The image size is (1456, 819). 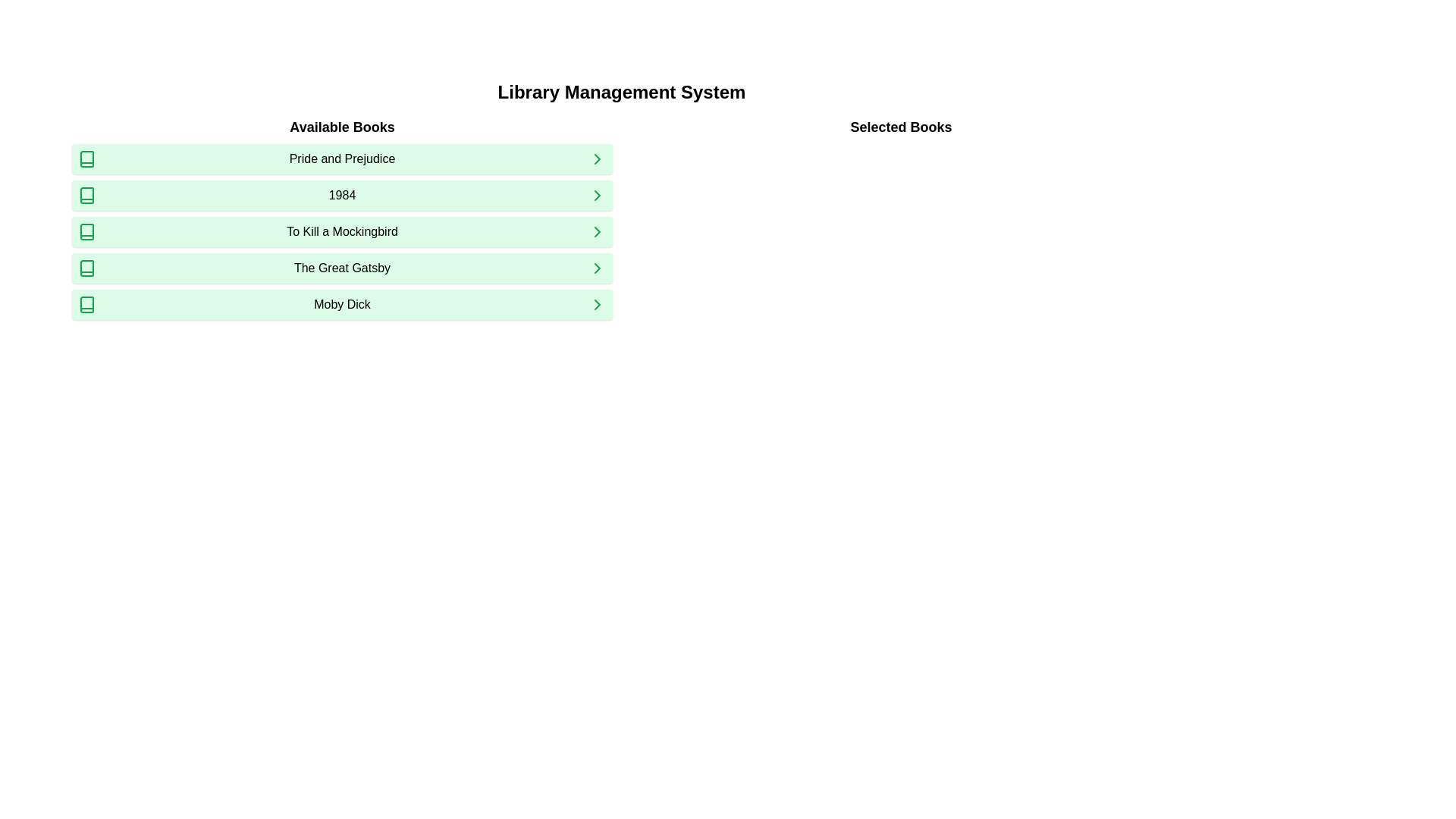 I want to click on the book icon with a green outline located to the left of the text '1984' in the 'Available Books' section, so click(x=86, y=195).